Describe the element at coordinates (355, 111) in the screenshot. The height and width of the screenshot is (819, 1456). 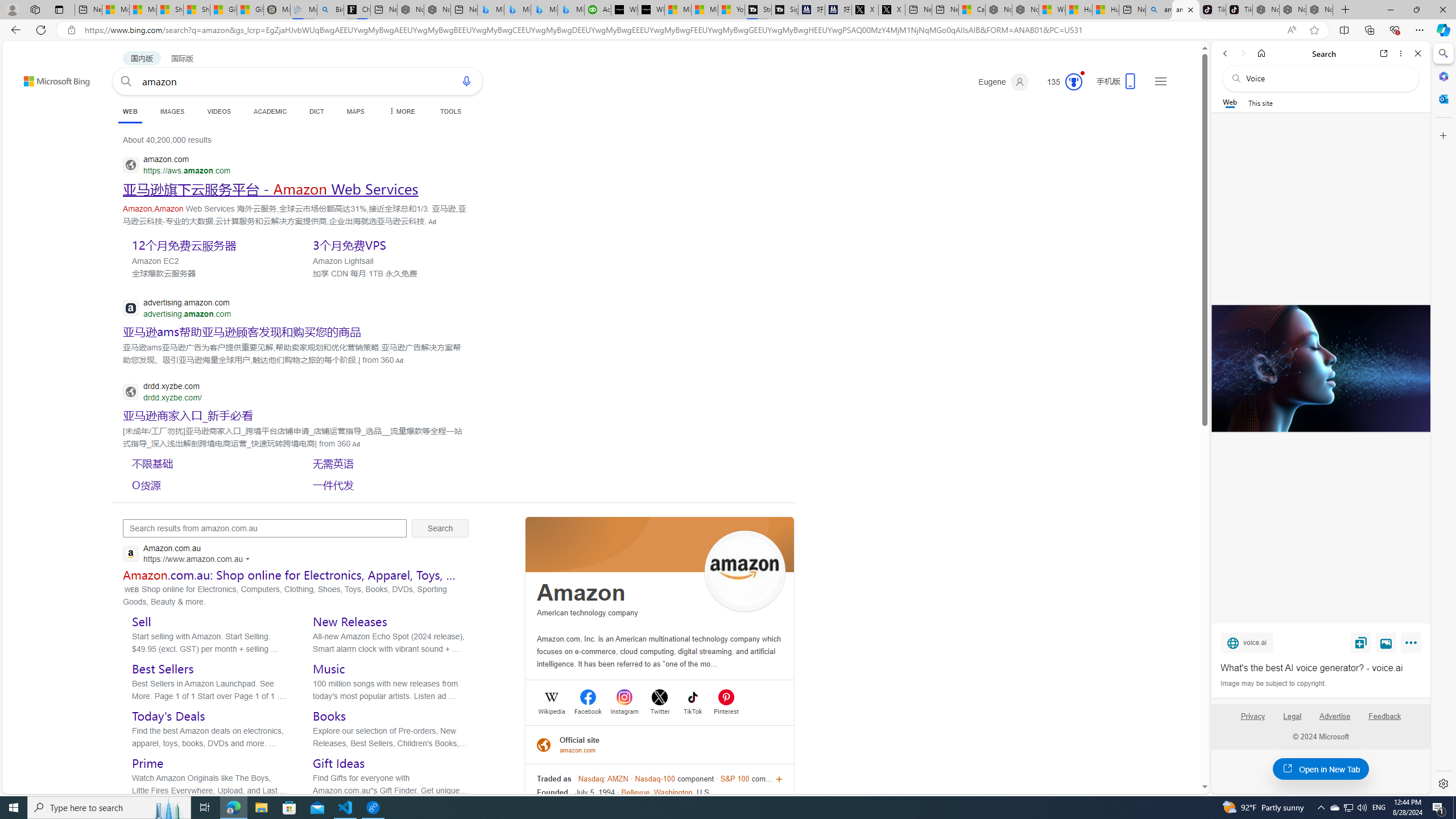
I see `'MAPS'` at that location.